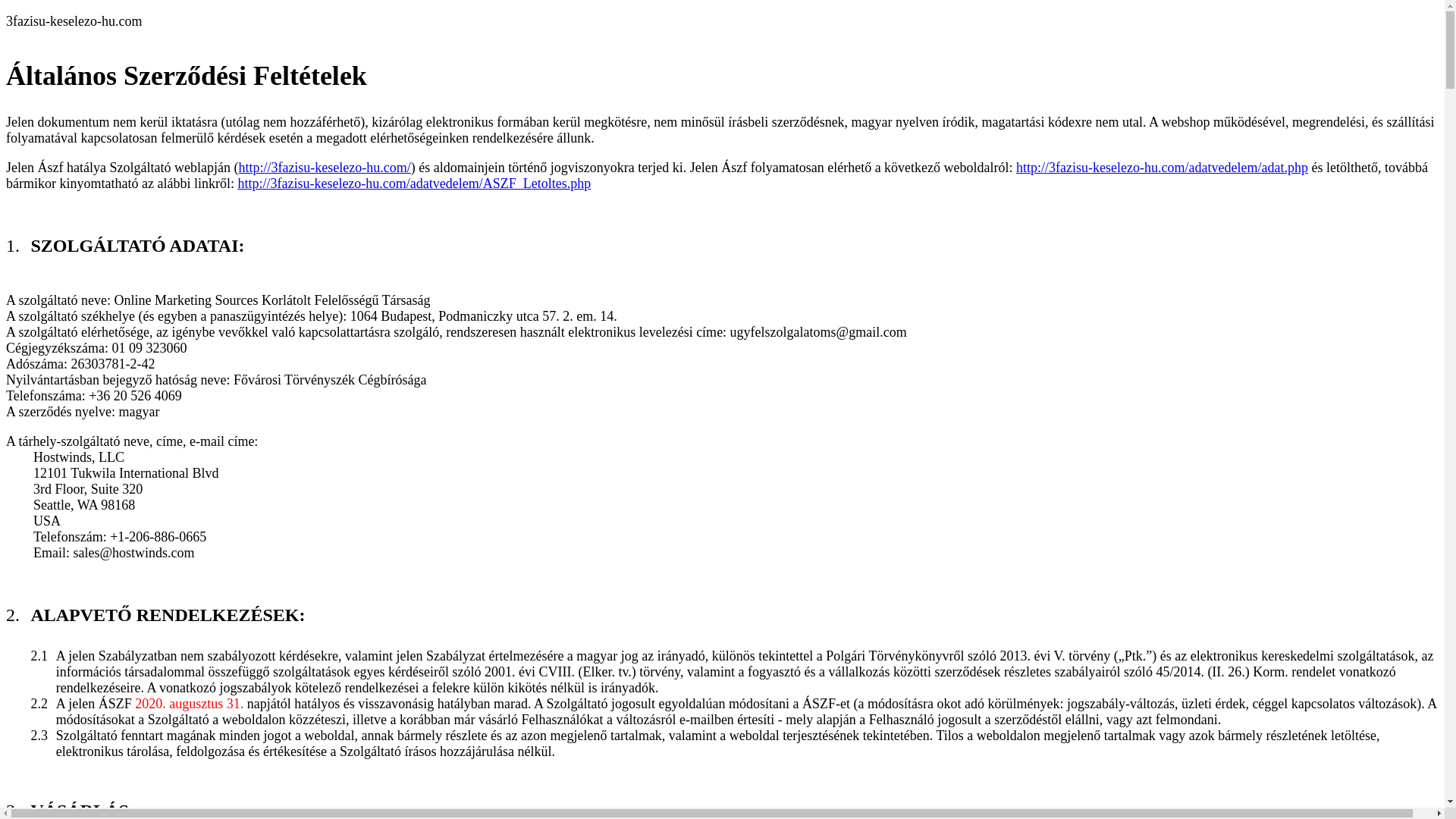 The image size is (1456, 819). Describe the element at coordinates (323, 167) in the screenshot. I see `'http://3fazisu-keselezo-hu.com/'` at that location.